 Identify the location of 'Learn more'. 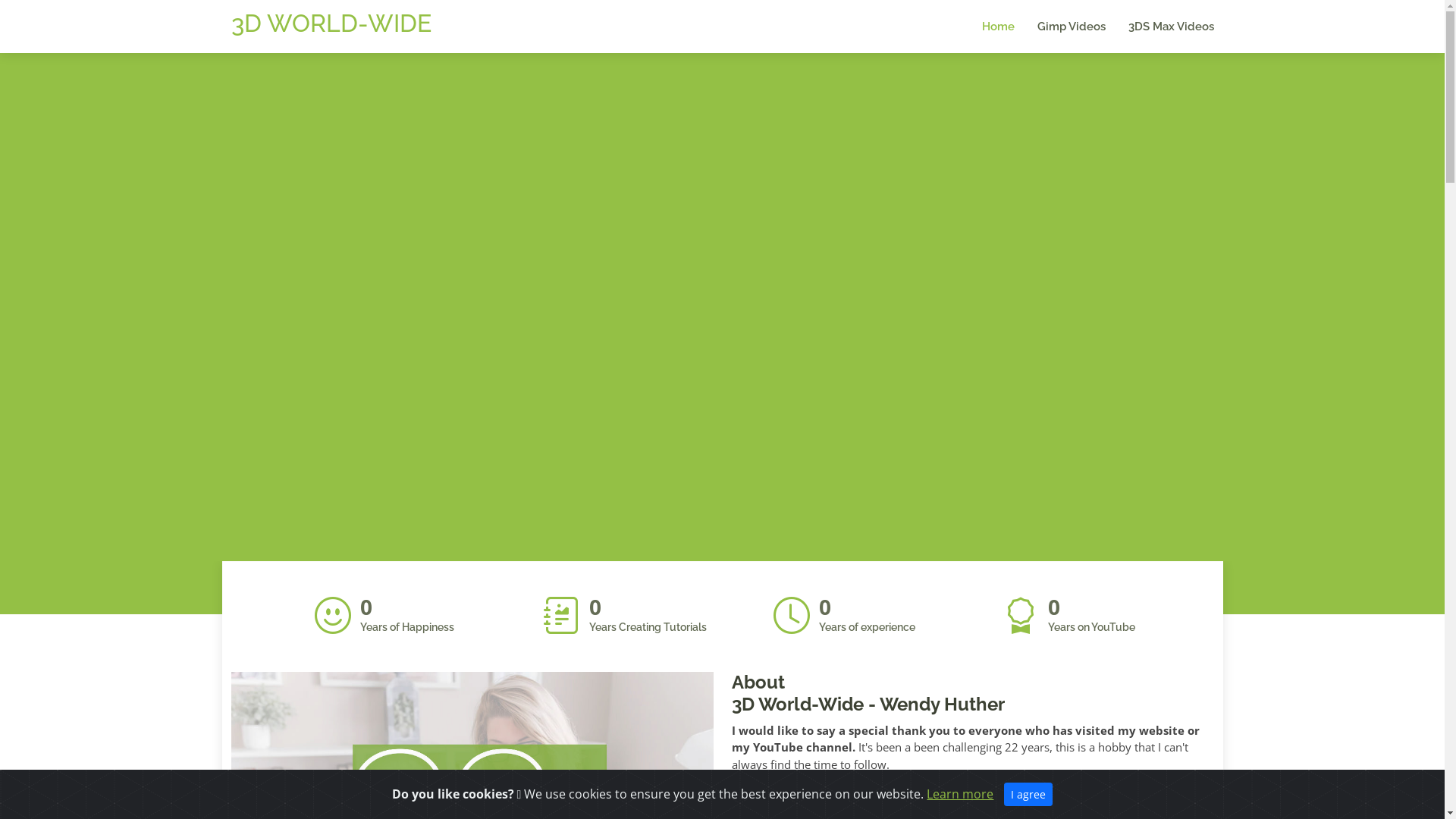
(959, 792).